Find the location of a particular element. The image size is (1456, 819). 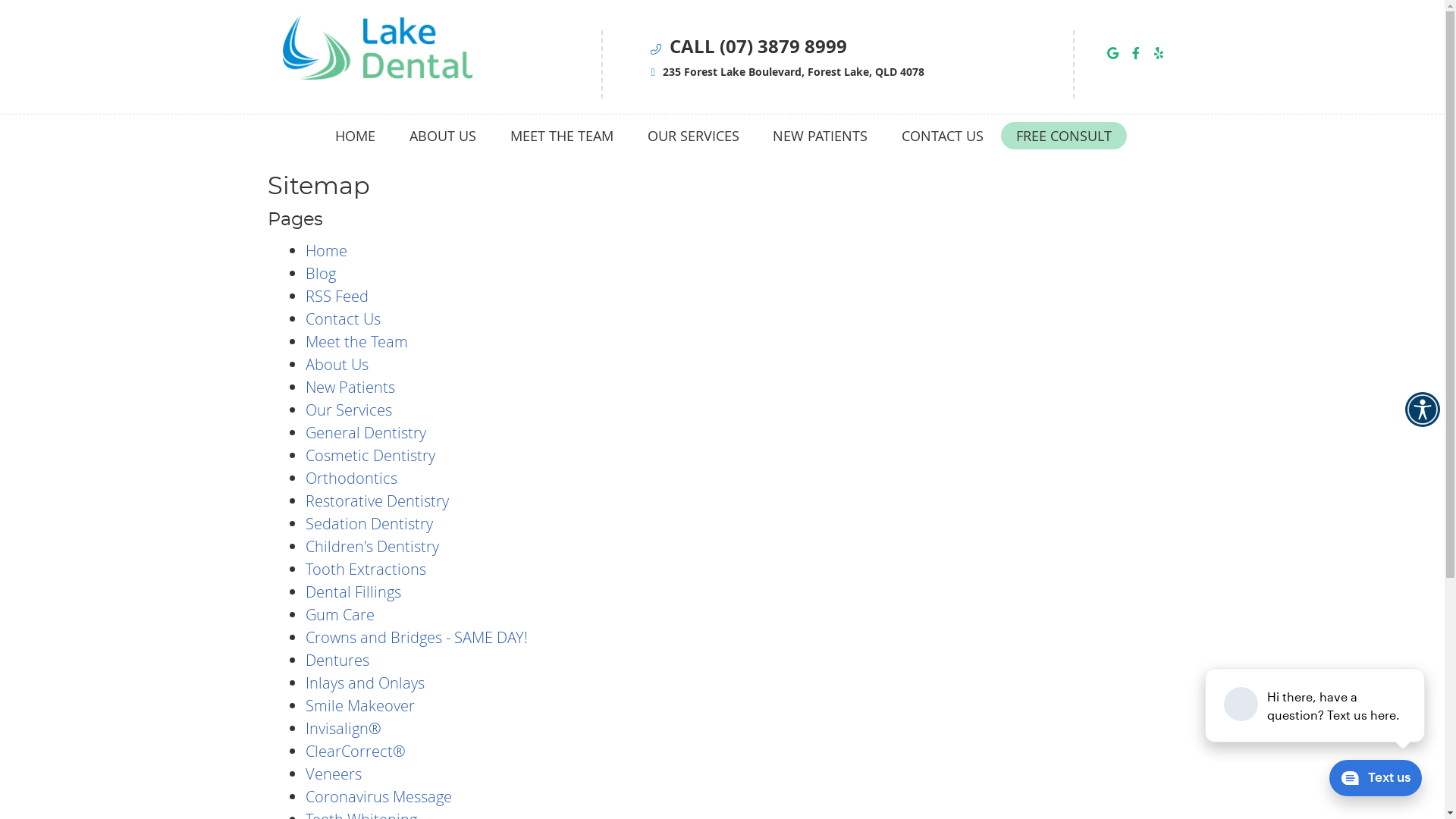

'RSS Feed' is located at coordinates (335, 296).